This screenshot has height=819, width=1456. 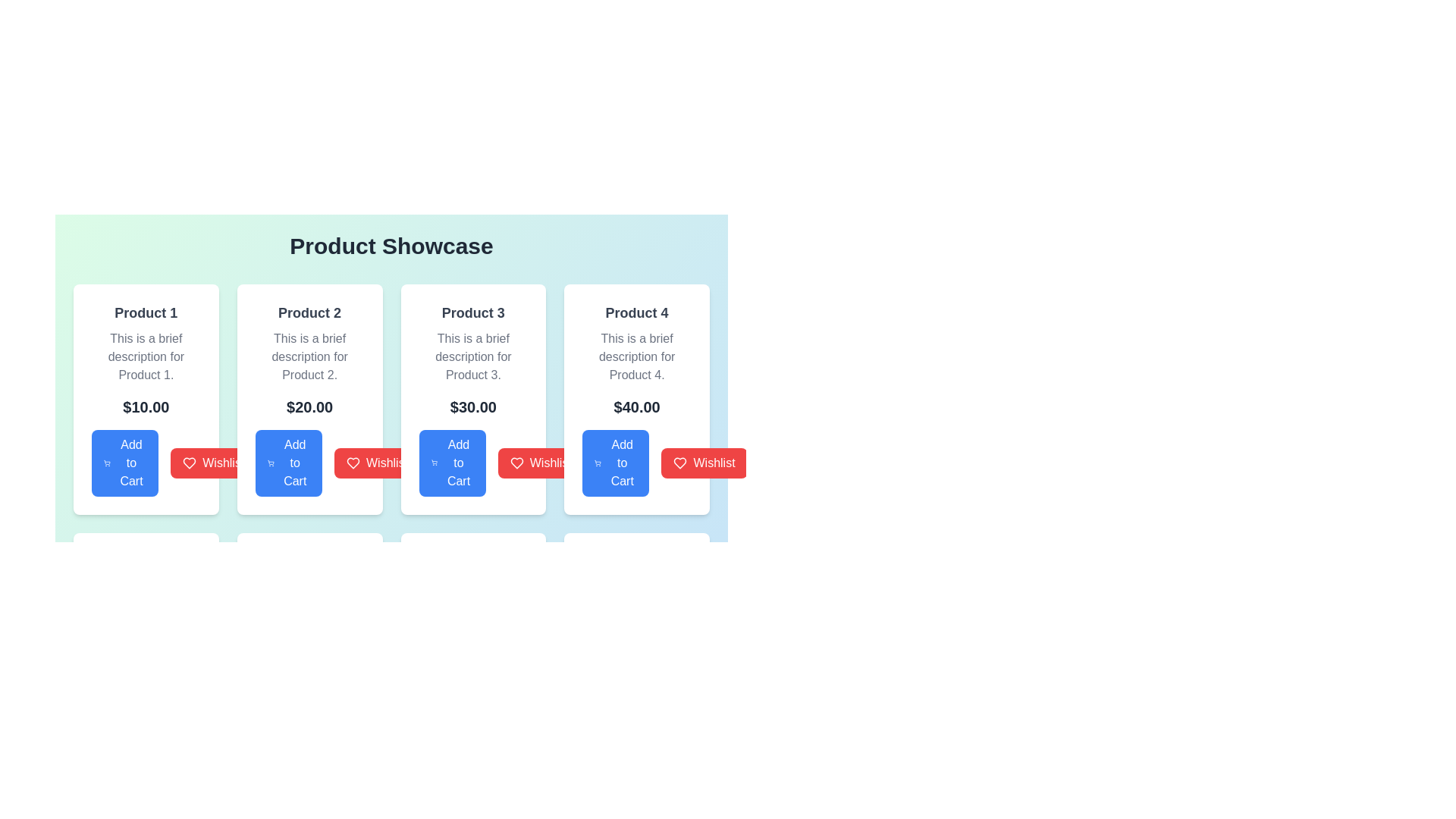 What do you see at coordinates (637, 356) in the screenshot?
I see `the text description of 'Product 4', which is located beneath the title and above the price information and buttons in the card layout` at bounding box center [637, 356].